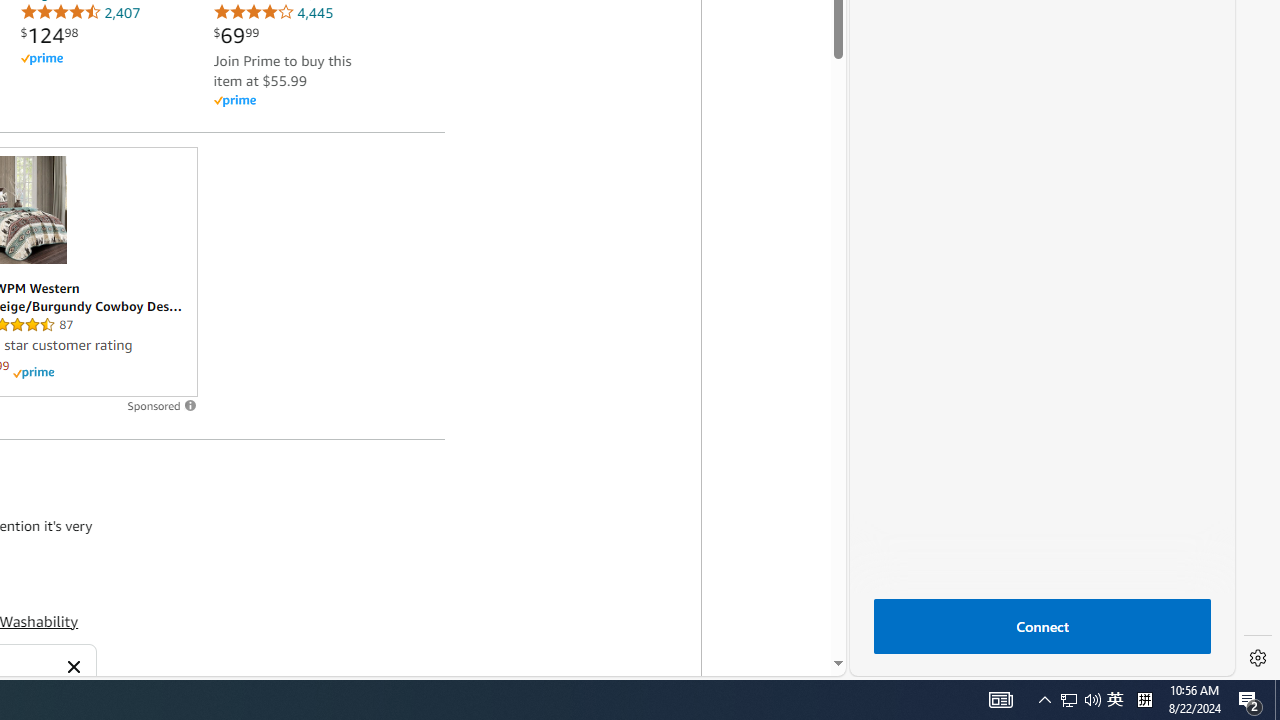 The image size is (1280, 720). I want to click on 'Amazon Prime', so click(292, 100).